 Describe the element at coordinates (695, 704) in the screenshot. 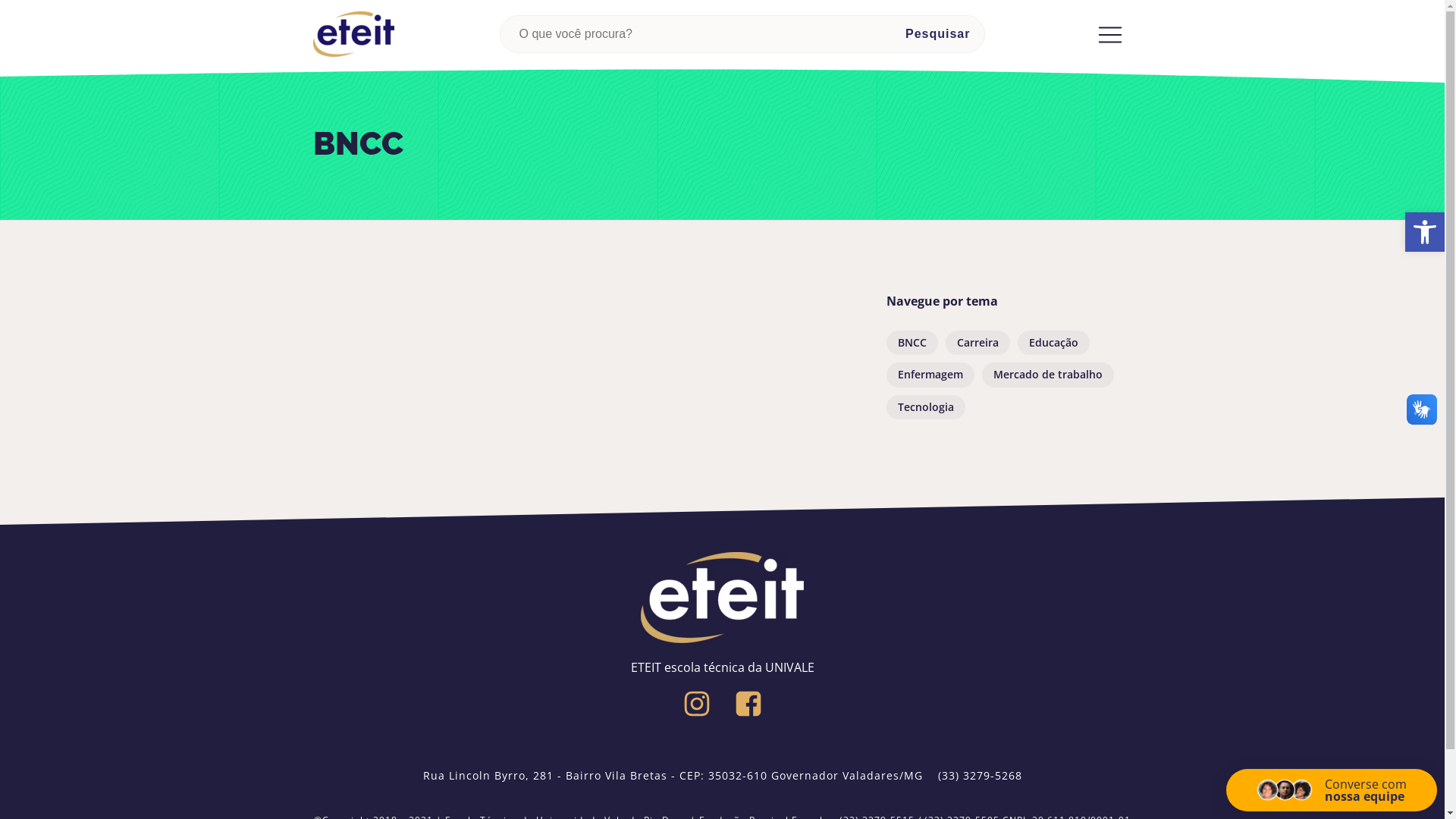

I see `'Siga-nos no Instagram'` at that location.